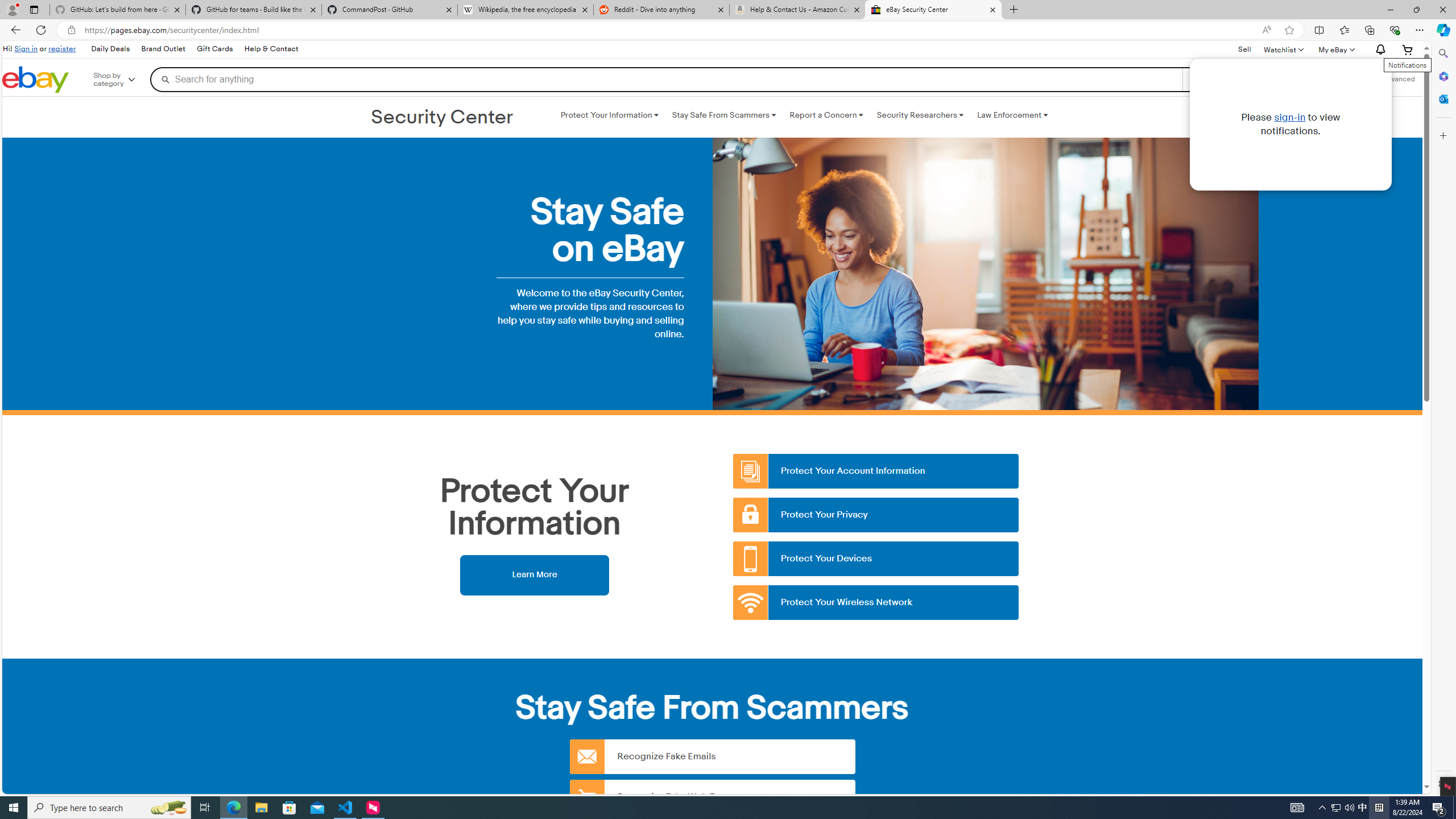  What do you see at coordinates (920, 115) in the screenshot?
I see `'Security Researchers '` at bounding box center [920, 115].